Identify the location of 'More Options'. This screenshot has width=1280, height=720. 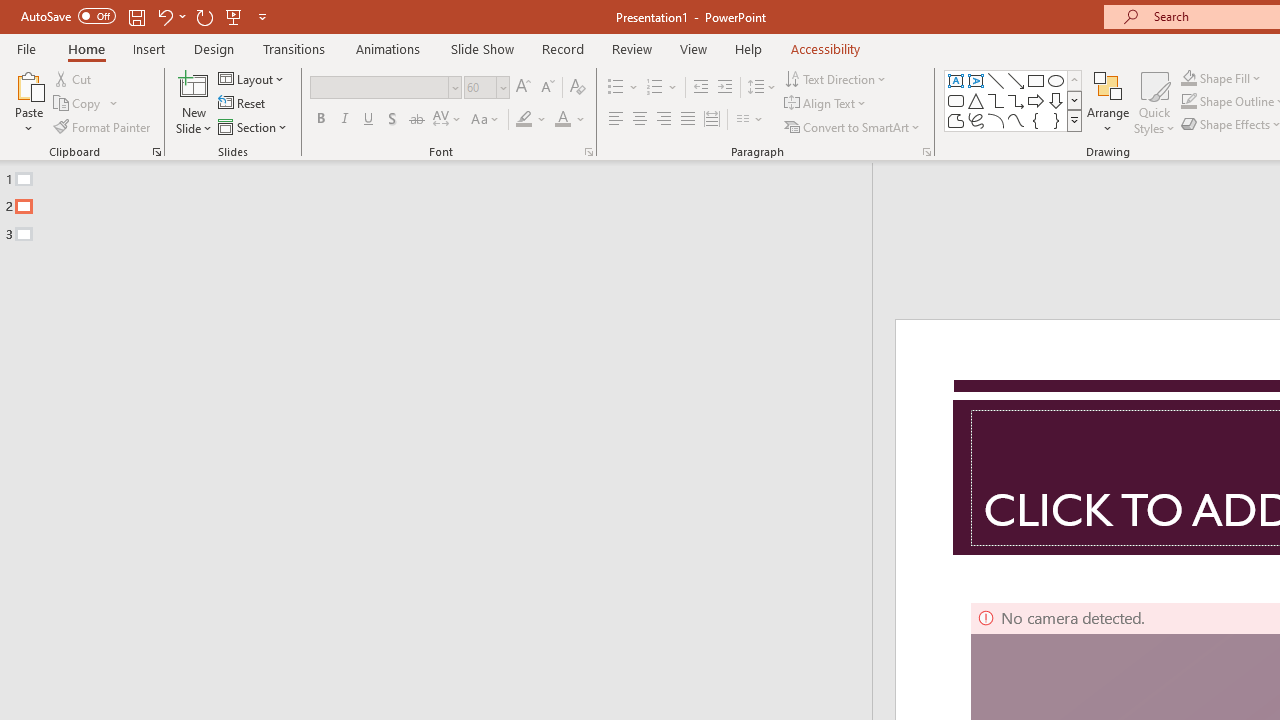
(1232, 77).